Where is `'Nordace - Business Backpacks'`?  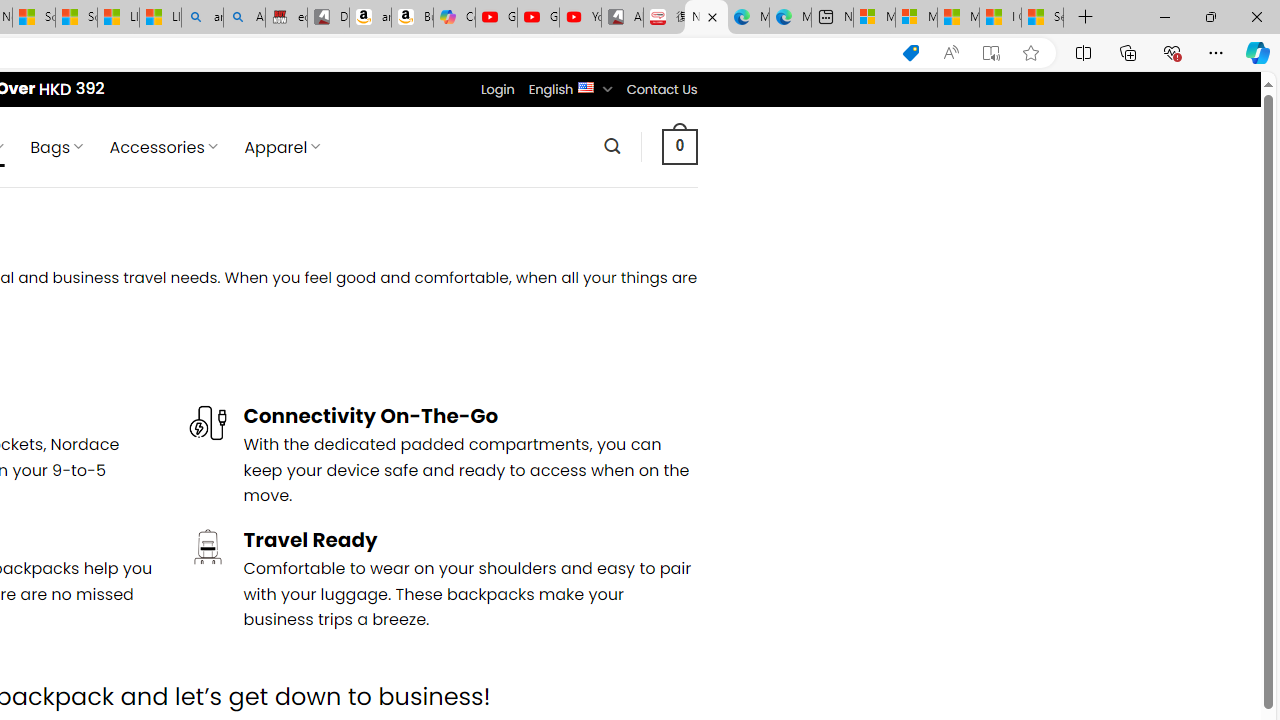
'Nordace - Business Backpacks' is located at coordinates (706, 17).